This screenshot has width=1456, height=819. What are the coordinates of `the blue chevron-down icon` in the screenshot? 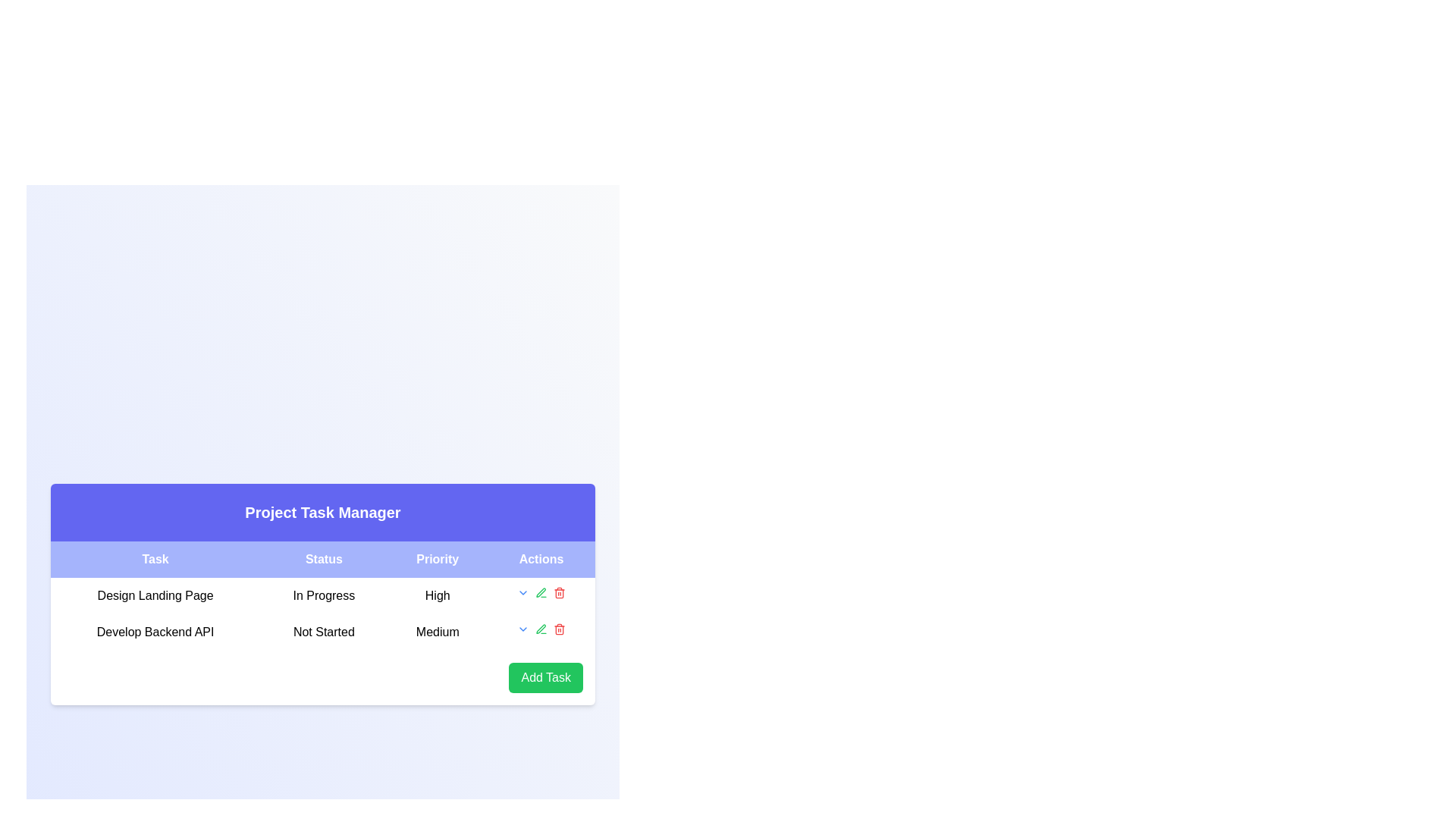 It's located at (523, 592).